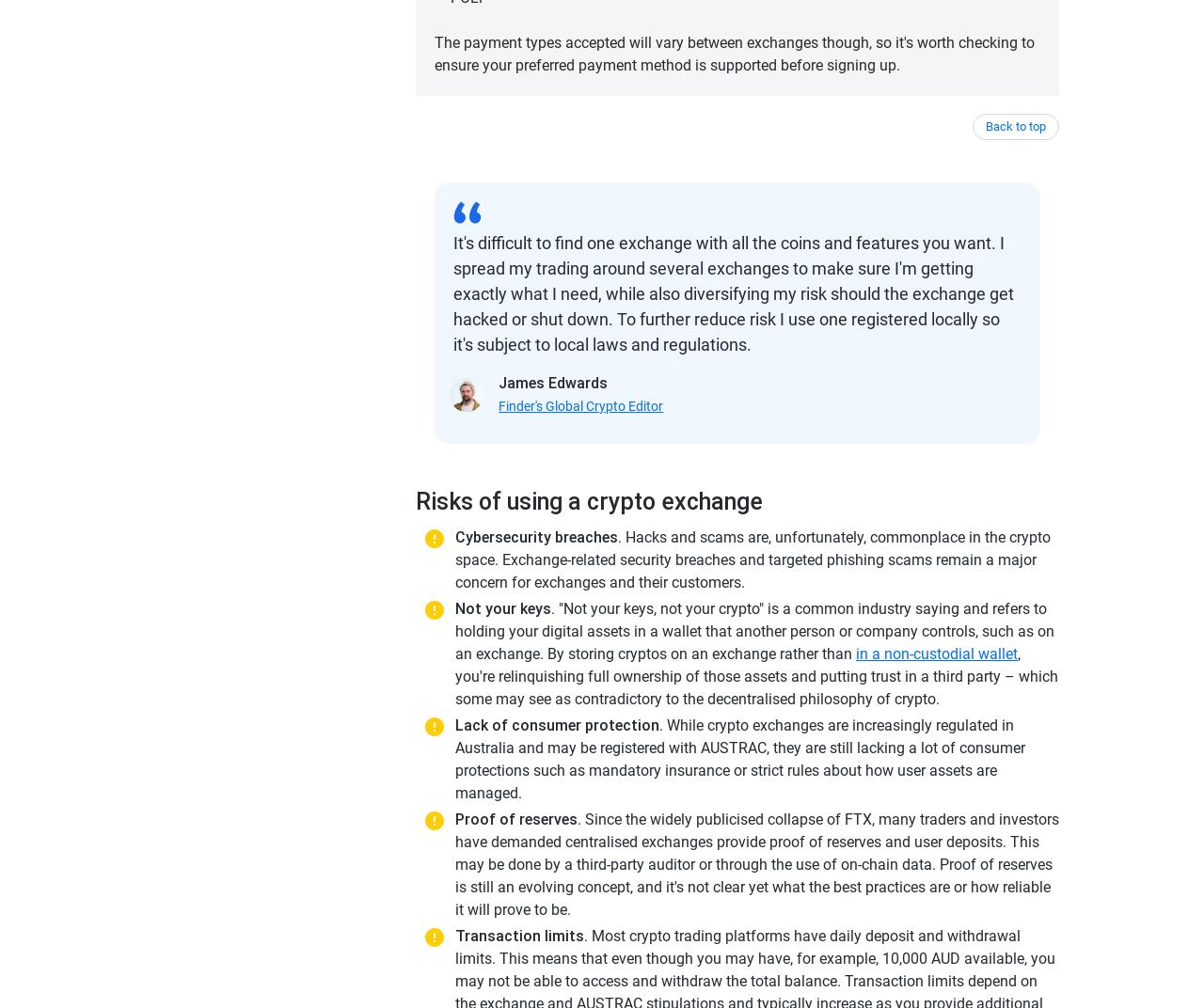 The image size is (1204, 1008). I want to click on 'Hacks and scams are, unfortunately, commonplace in the crypto space. Exchange-related security breaches and targeted phishing scams remain a major concern for exchanges and their customers.', so click(752, 559).